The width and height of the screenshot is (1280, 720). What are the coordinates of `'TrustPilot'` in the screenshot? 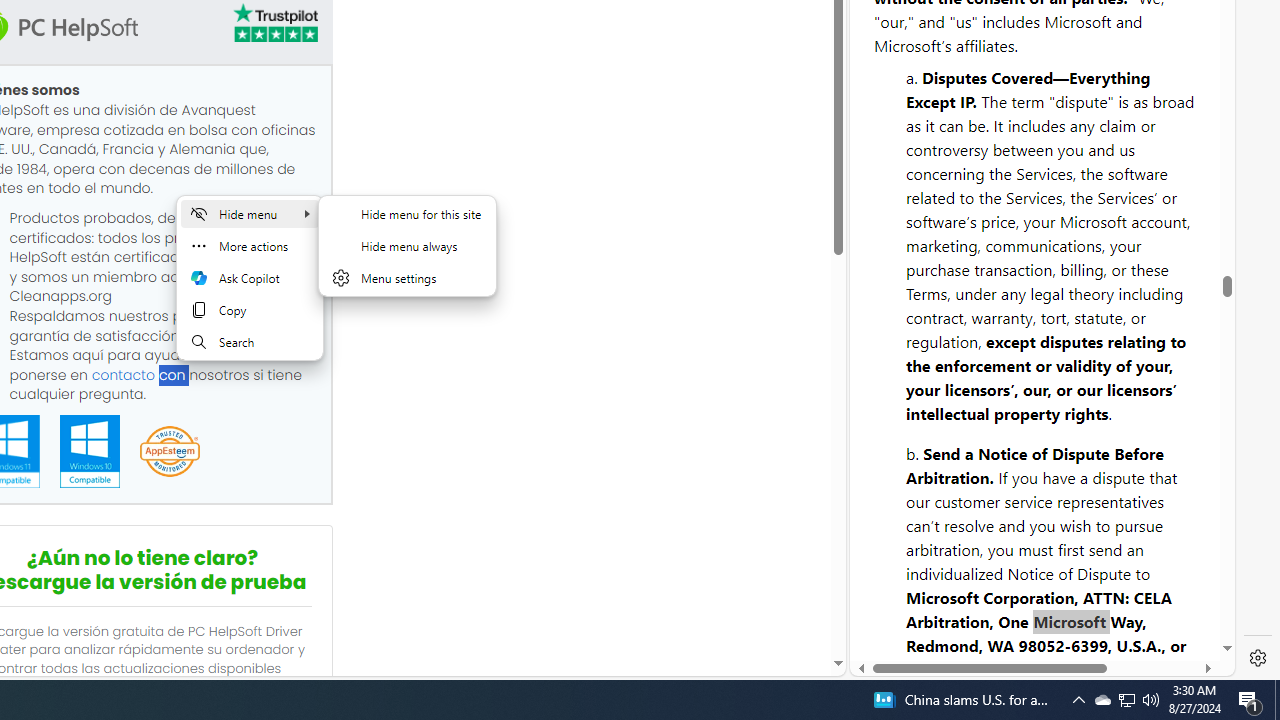 It's located at (273, 23).